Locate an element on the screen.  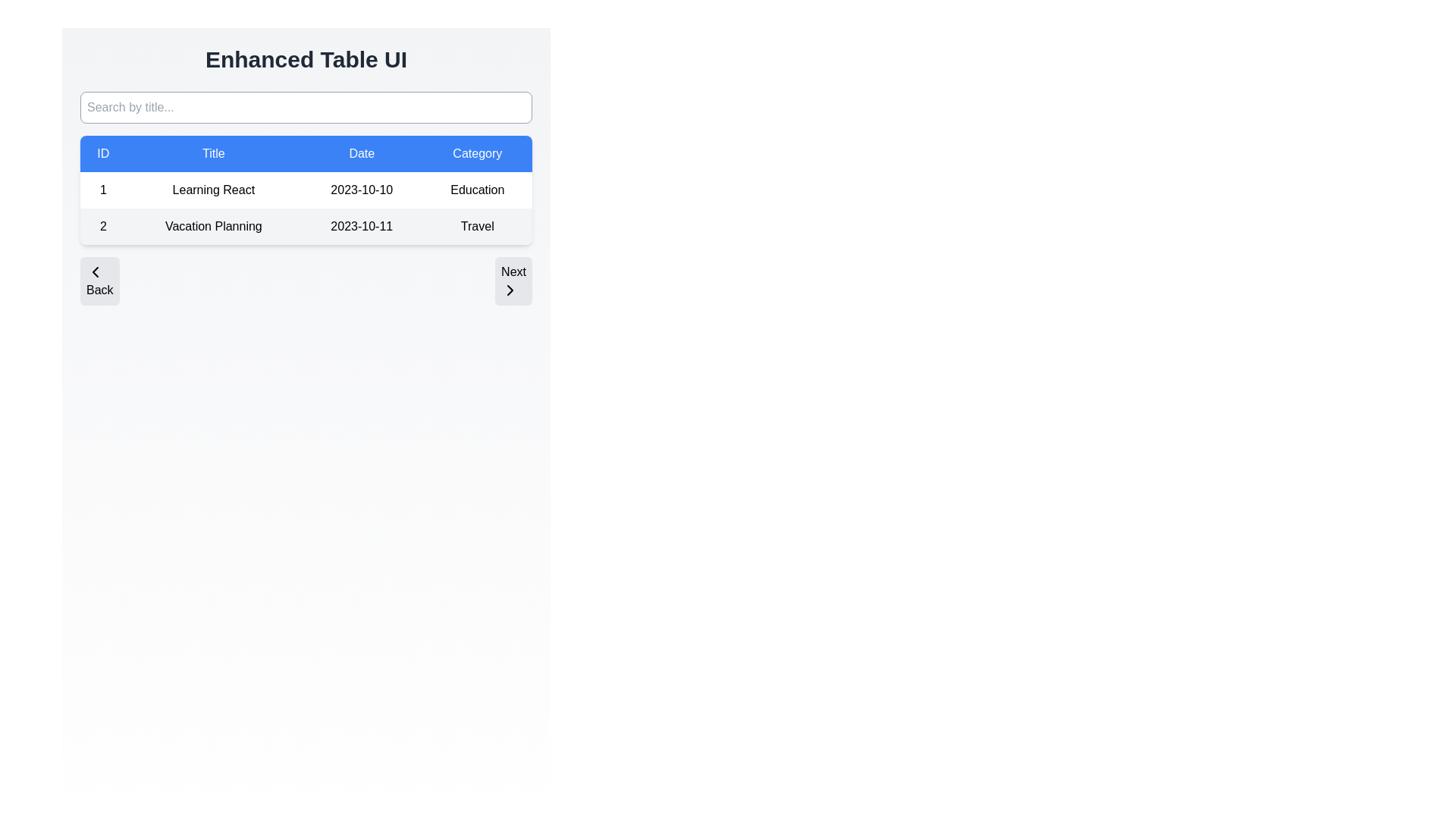
the 'Date' table header label, which is the third header in a row of four, styled with medium font weight against a blue background is located at coordinates (361, 154).